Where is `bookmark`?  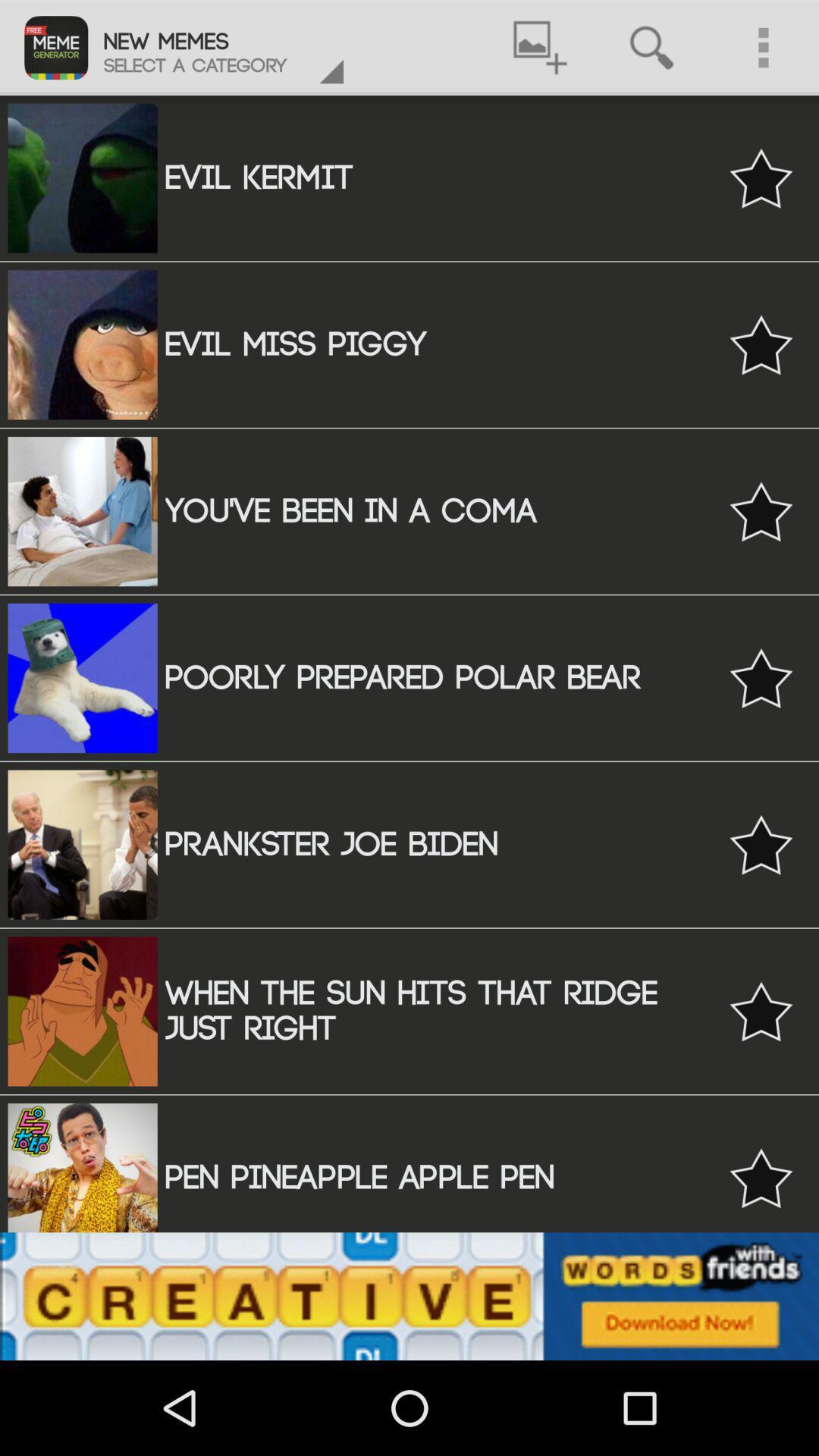
bookmark is located at coordinates (761, 677).